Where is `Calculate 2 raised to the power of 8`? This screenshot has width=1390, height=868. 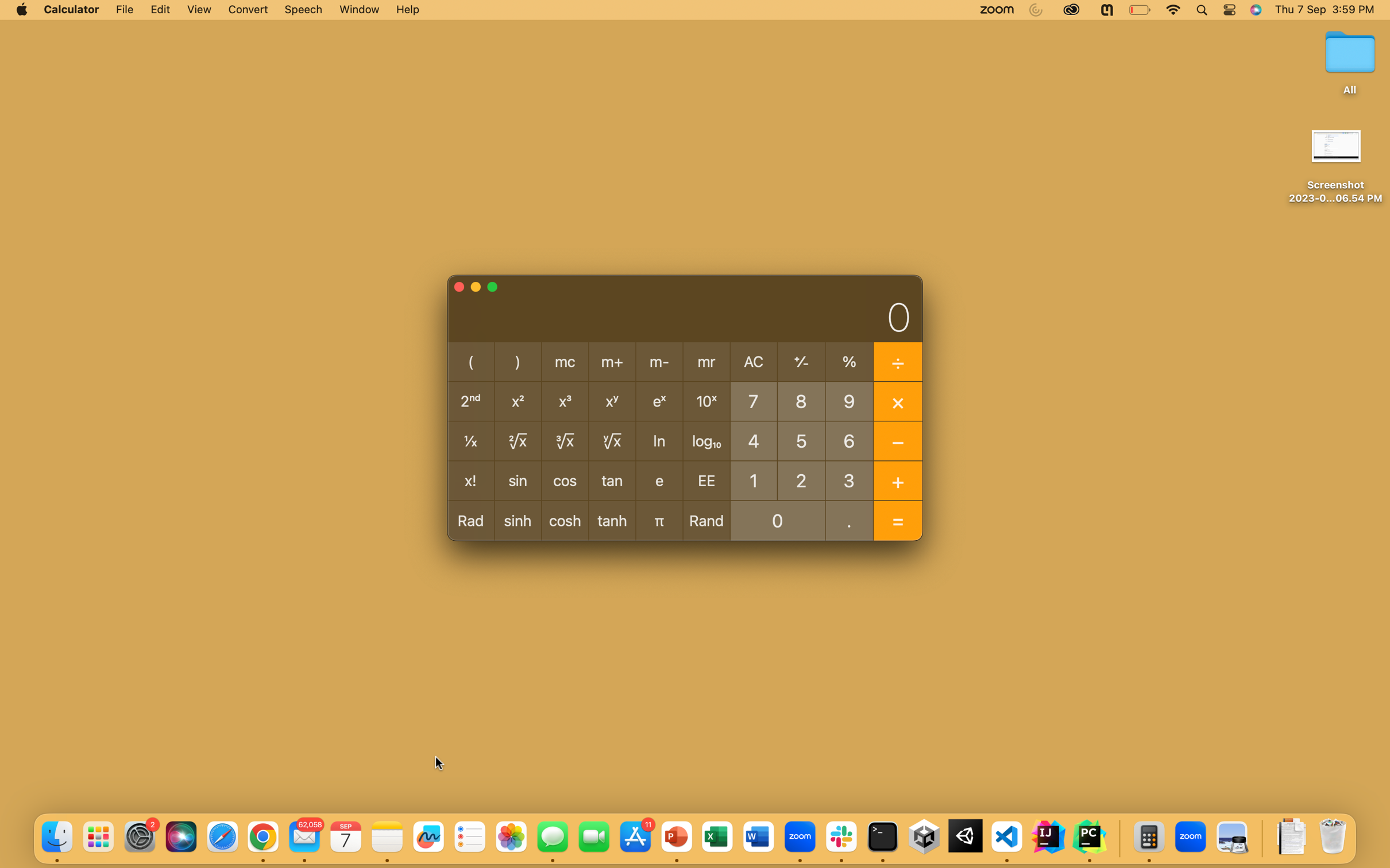
Calculate 2 raised to the power of 8 is located at coordinates (801, 479).